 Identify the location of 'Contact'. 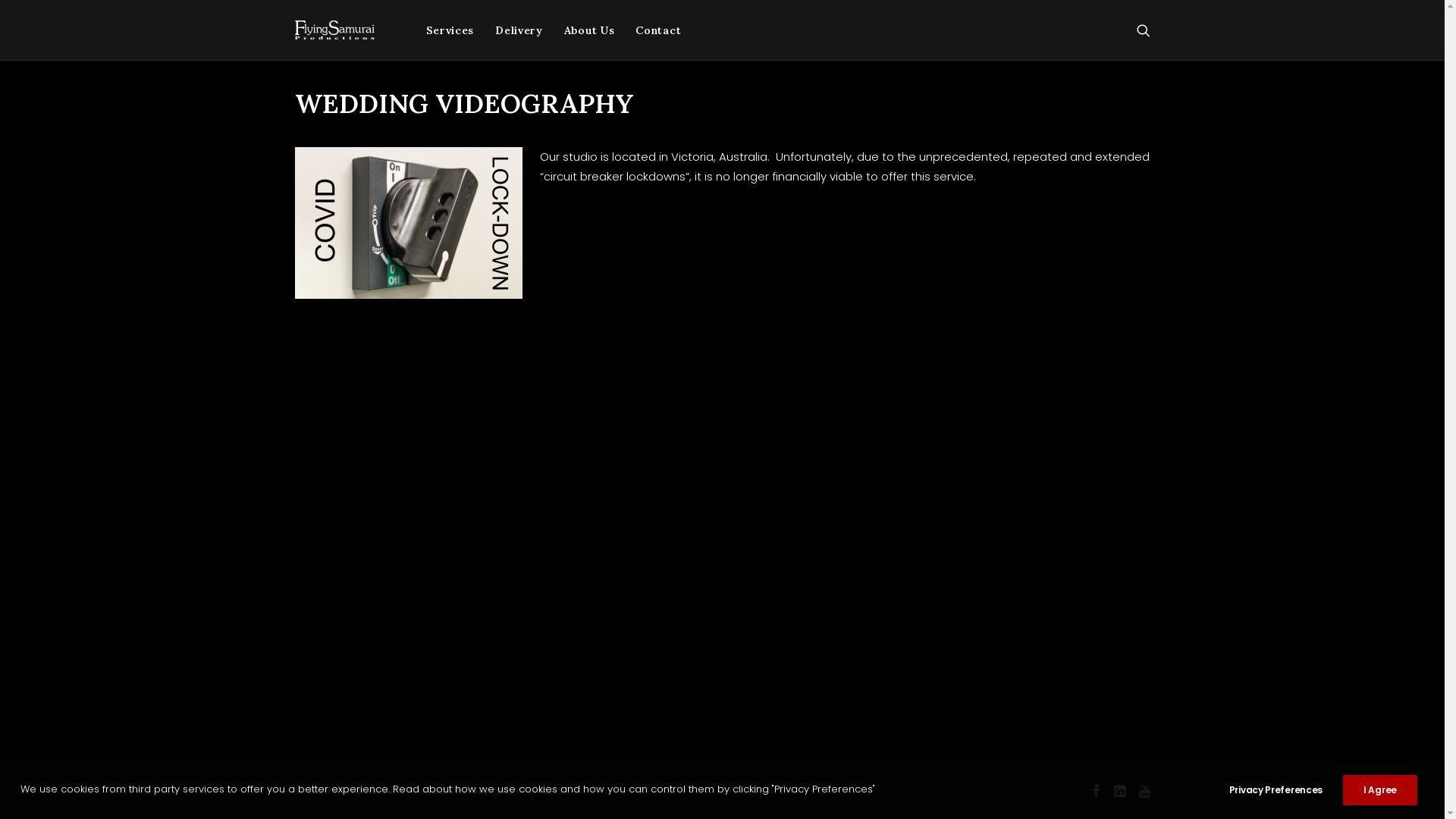
(652, 30).